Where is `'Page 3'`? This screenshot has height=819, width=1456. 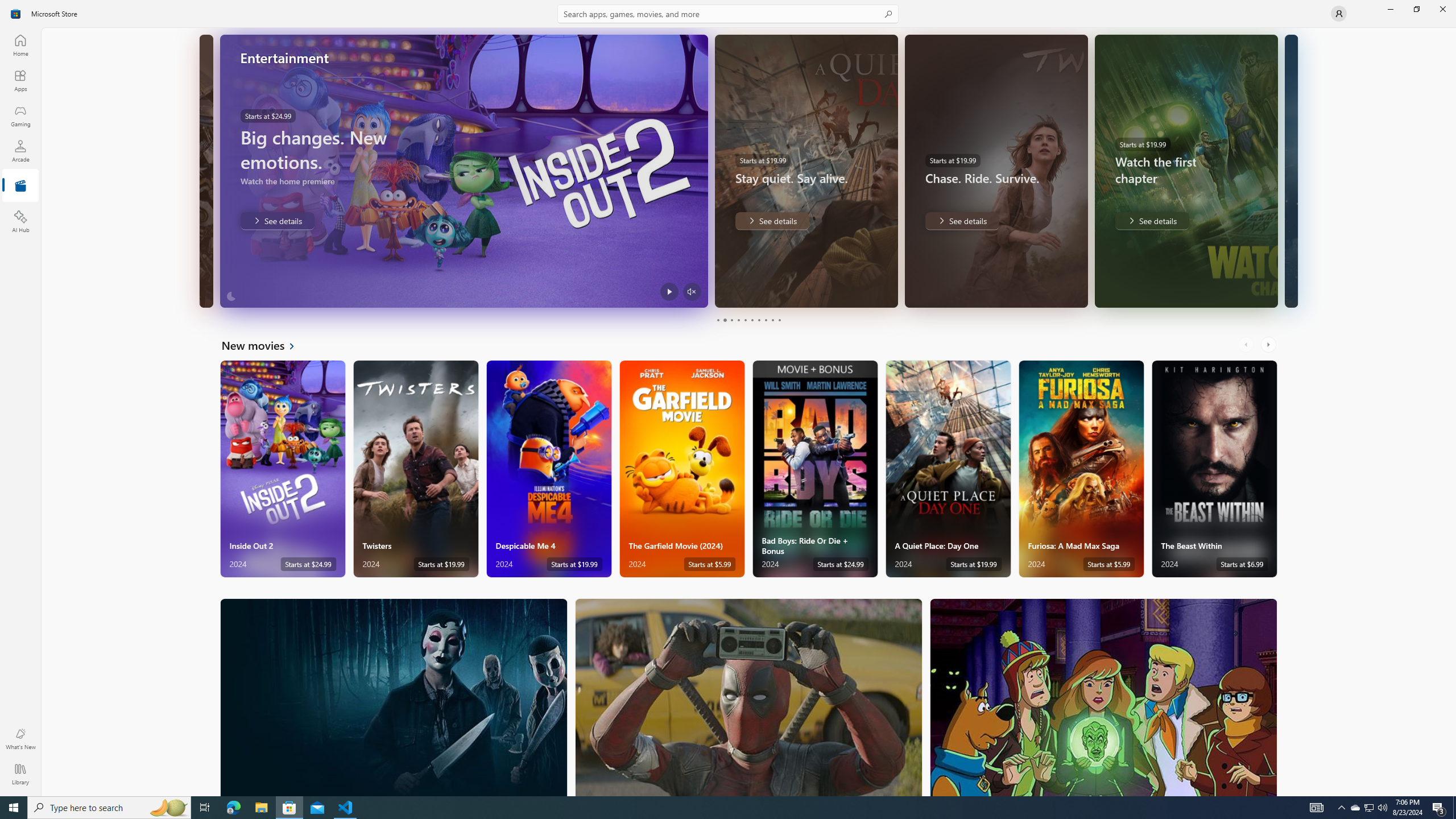 'Page 3' is located at coordinates (731, 320).